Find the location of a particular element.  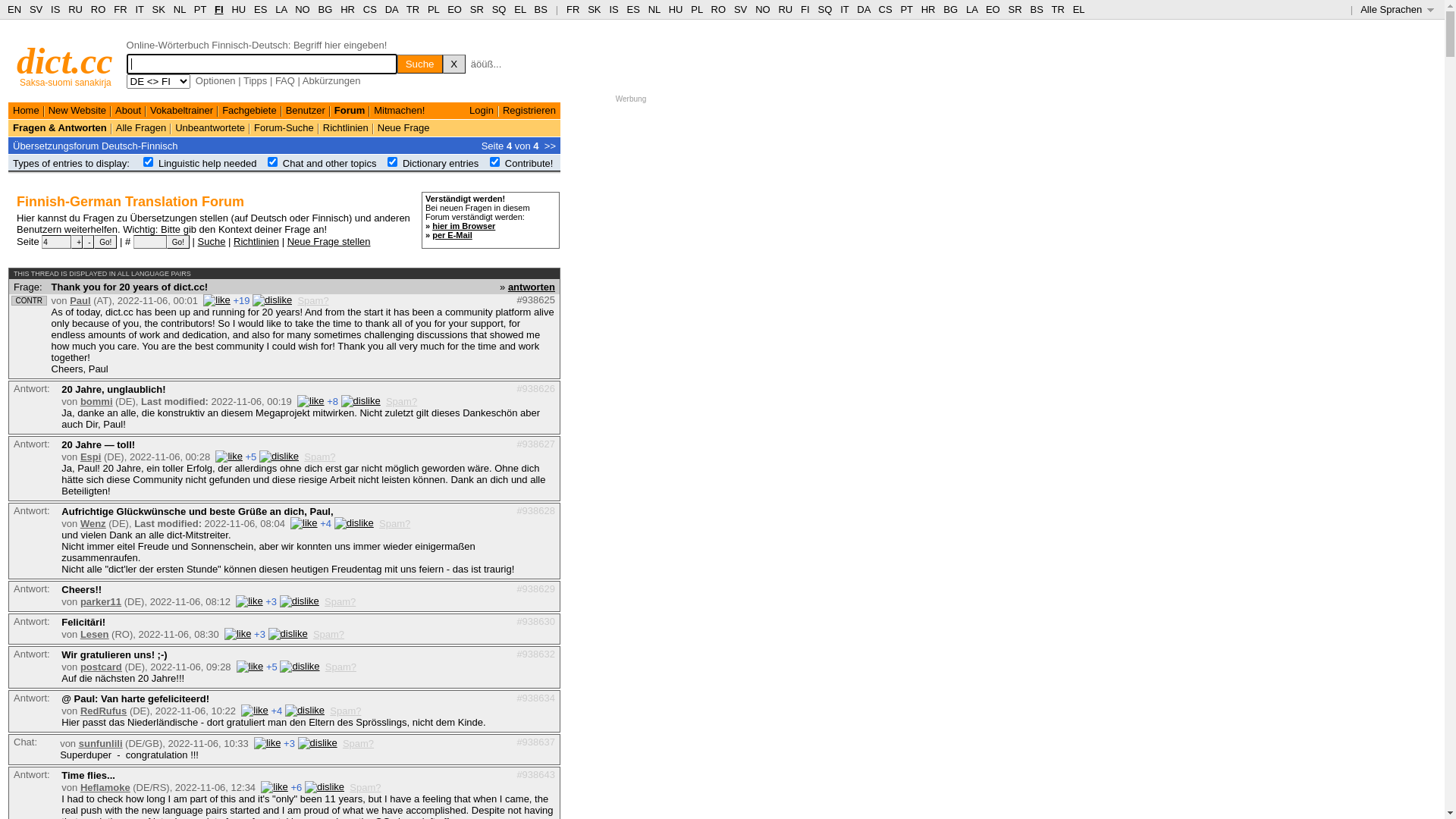

'EO' is located at coordinates (453, 9).